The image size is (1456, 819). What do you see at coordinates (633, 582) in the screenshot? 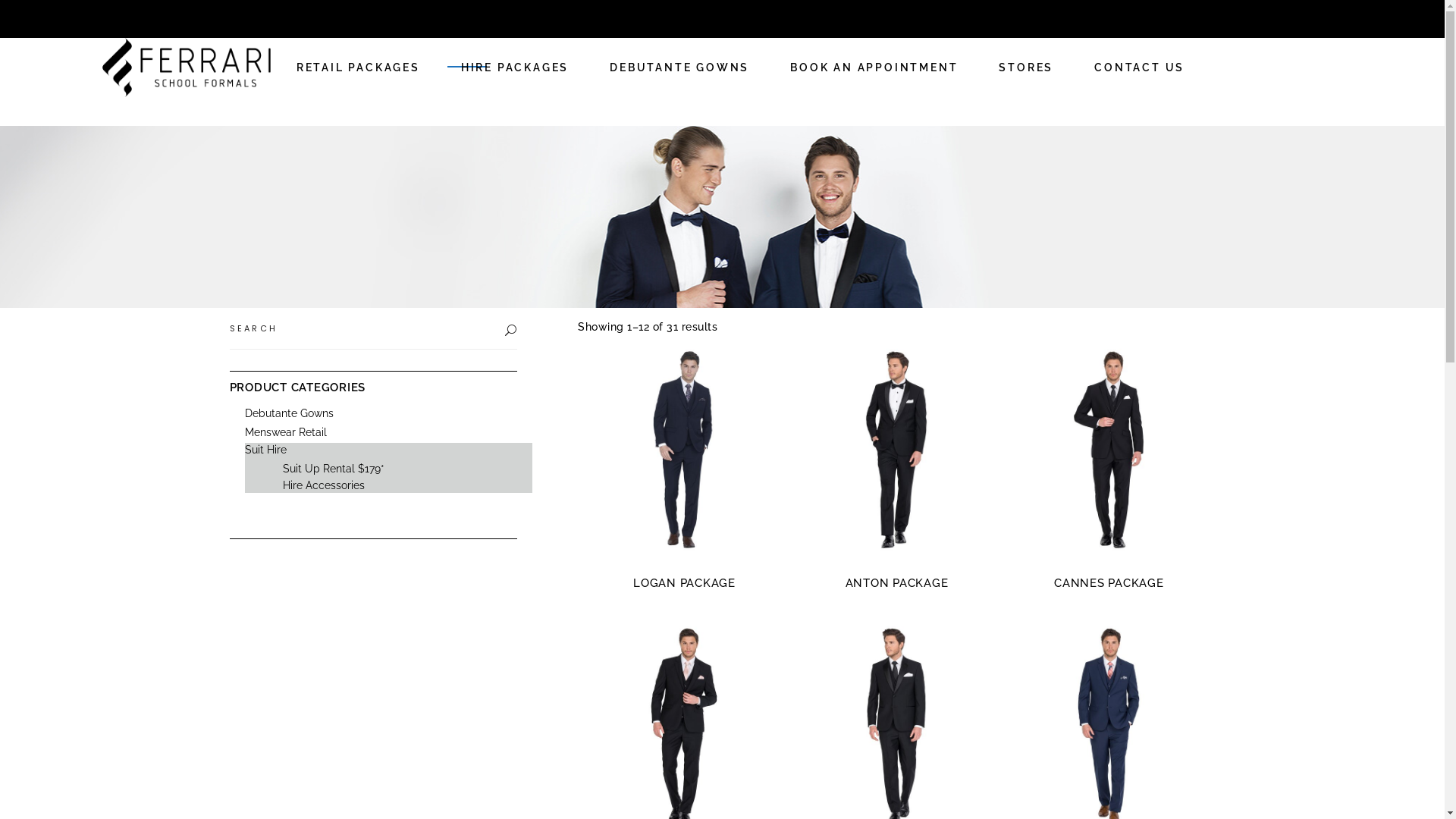
I see `'LOGAN PACKAGE'` at bounding box center [633, 582].